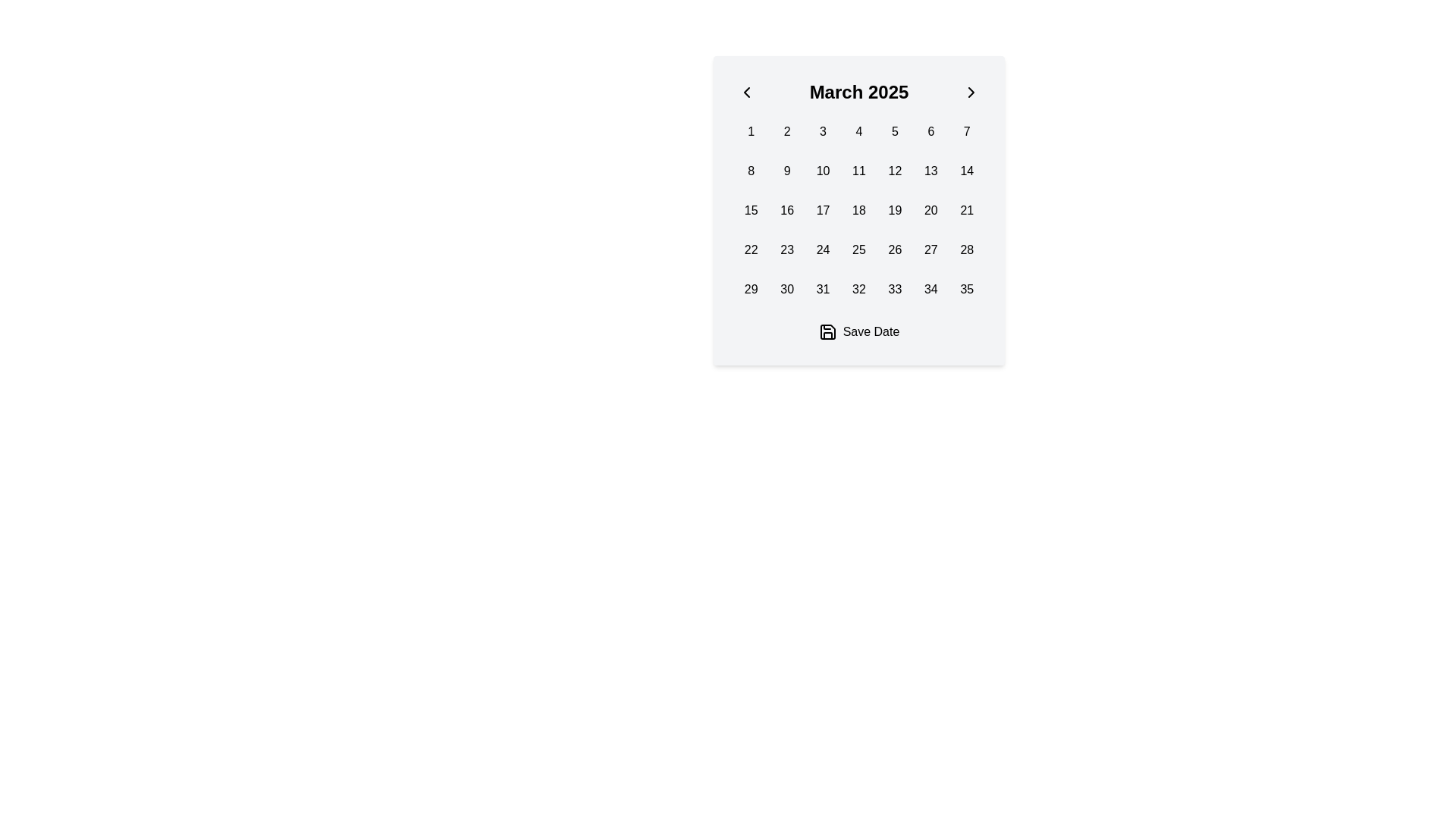  Describe the element at coordinates (966, 289) in the screenshot. I see `the button located in the bottom-right corner of the calendar grid that represents the date 35` at that location.